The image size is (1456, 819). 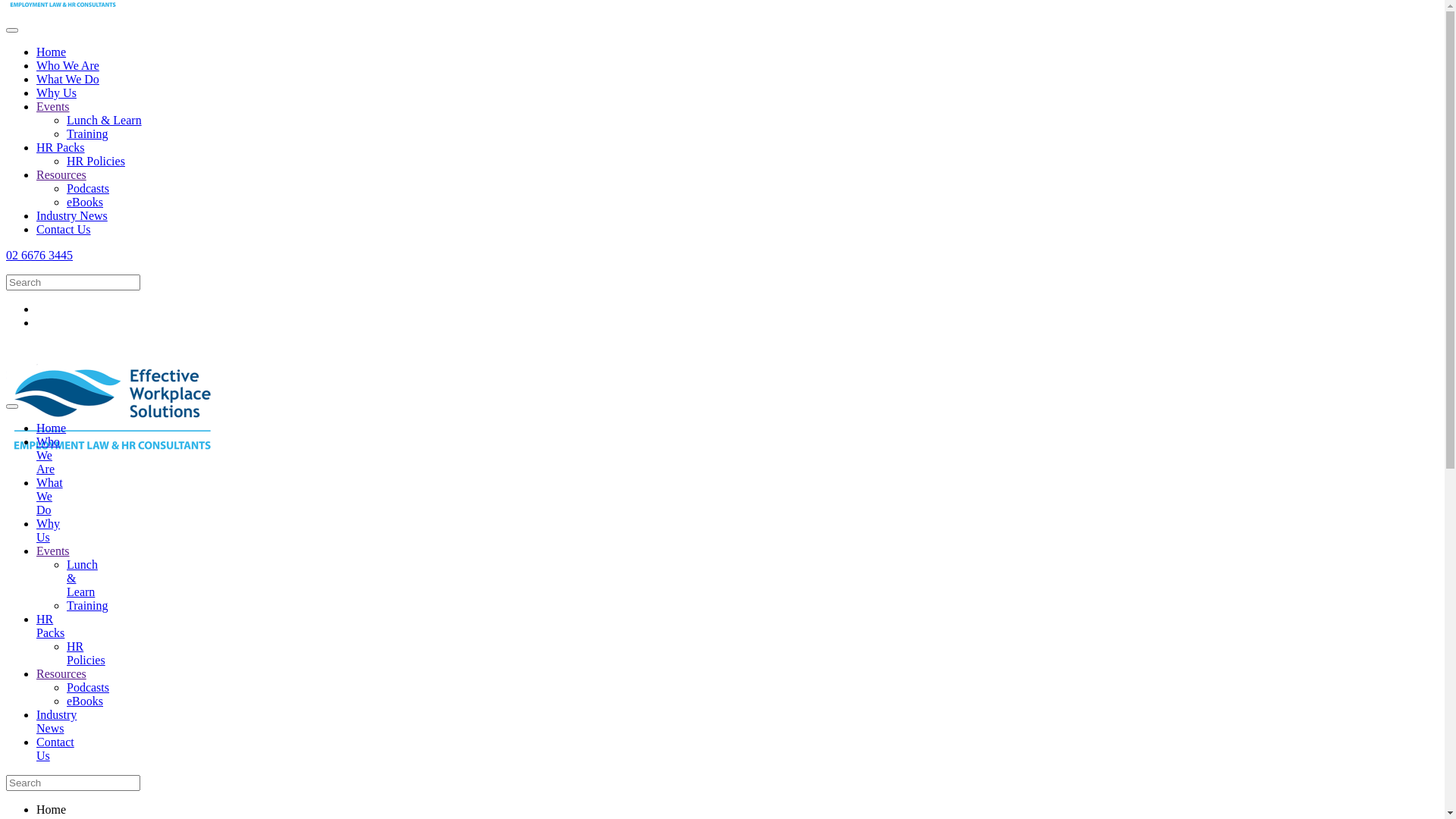 I want to click on 'Why Us', so click(x=56, y=93).